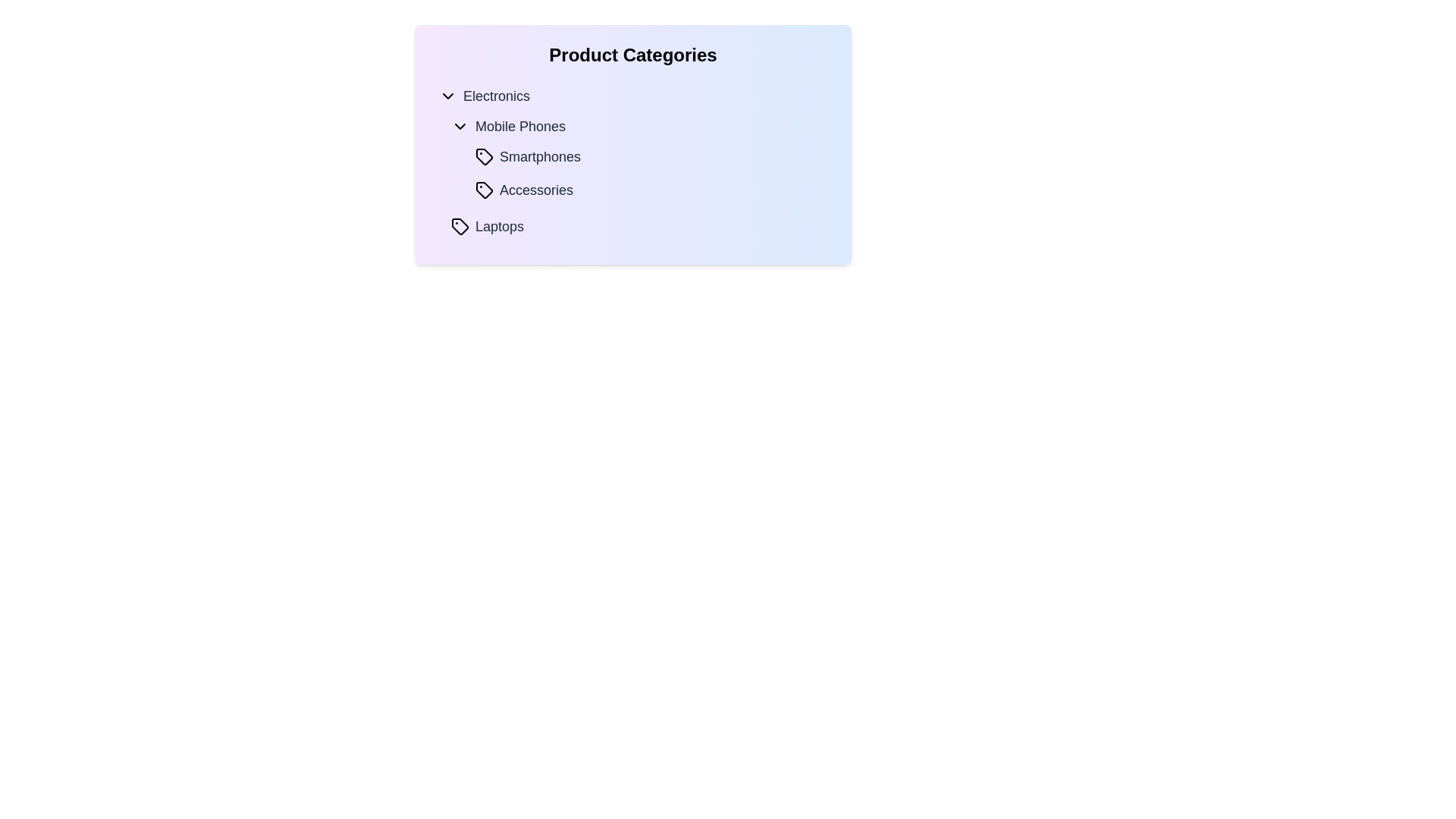  Describe the element at coordinates (459, 227) in the screenshot. I see `the tag icon located within the 'Laptops' menu entry in the 'Product Categories' sidebar, which is depicted as a rectangular shape with a small circle inside it, and is styled with a black outline over a white background` at that location.